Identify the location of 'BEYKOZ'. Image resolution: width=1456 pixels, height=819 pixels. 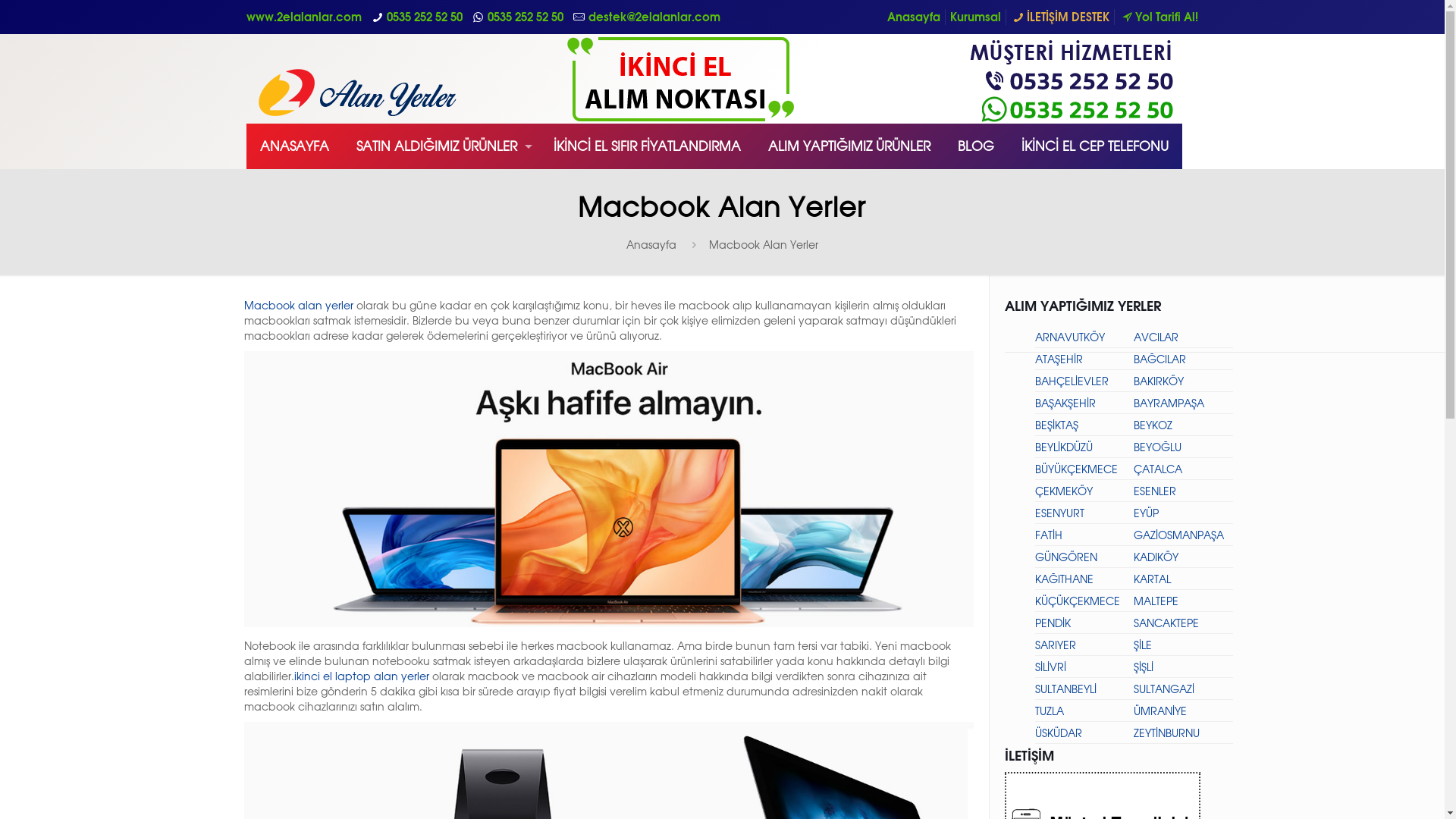
(1153, 425).